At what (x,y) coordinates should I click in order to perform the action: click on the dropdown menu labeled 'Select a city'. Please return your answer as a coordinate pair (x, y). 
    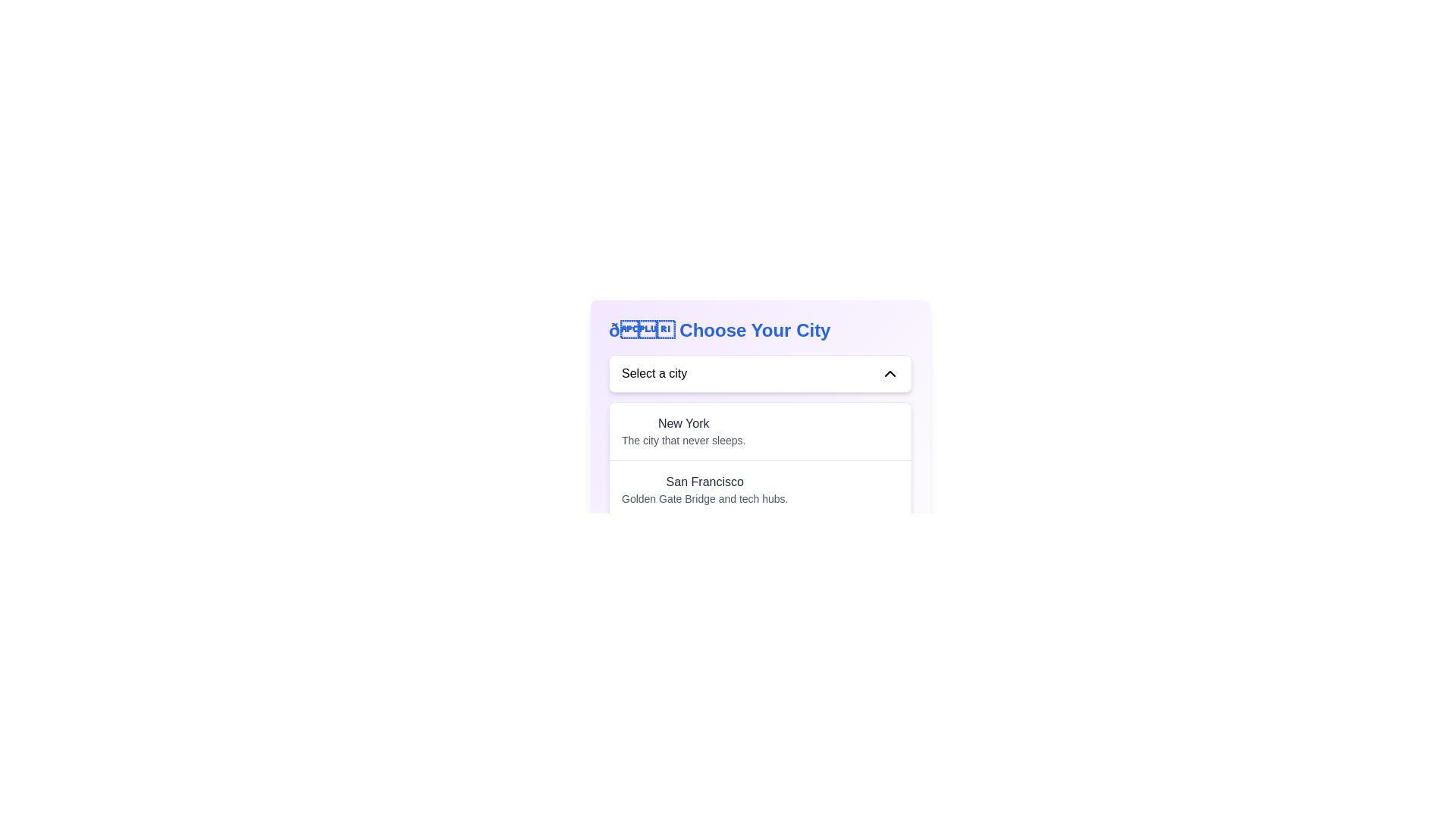
    Looking at the image, I should click on (761, 374).